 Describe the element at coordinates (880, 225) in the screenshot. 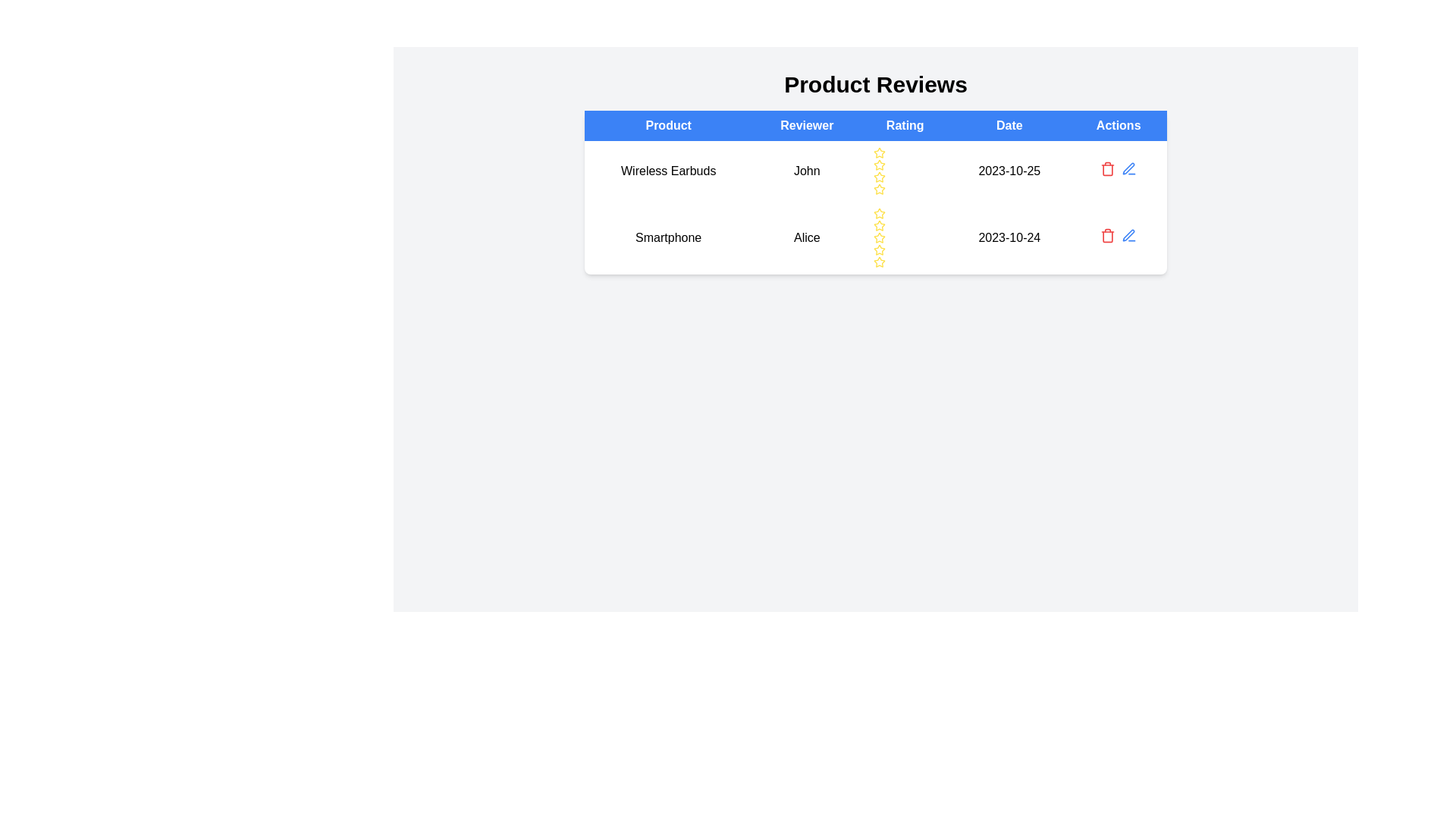

I see `the third yellow star icon in the rating section associated with reviewer 'Alice' for the product 'Smartphone'` at that location.